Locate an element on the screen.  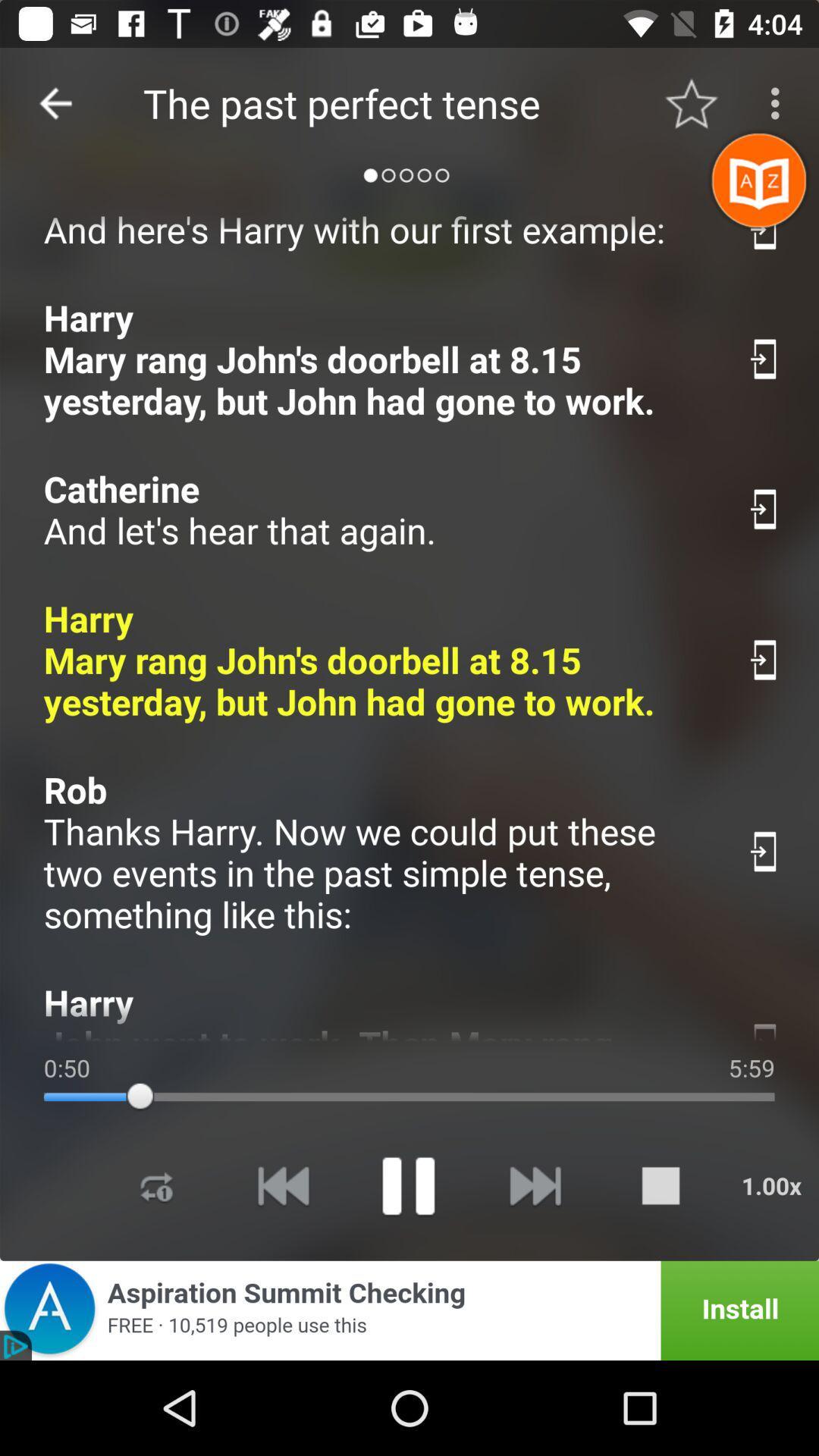
back is located at coordinates (283, 1185).